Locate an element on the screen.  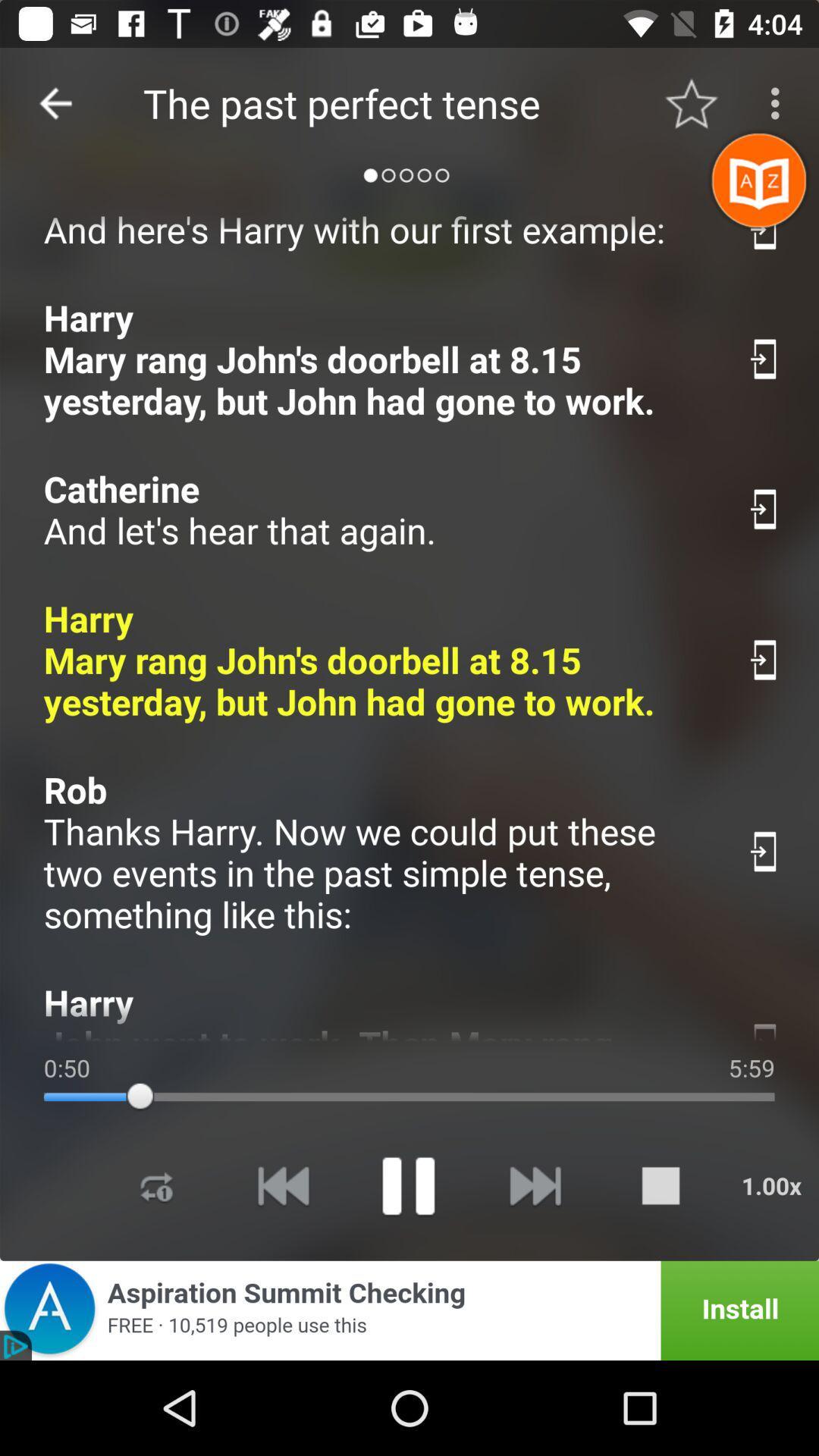
back is located at coordinates (283, 1185).